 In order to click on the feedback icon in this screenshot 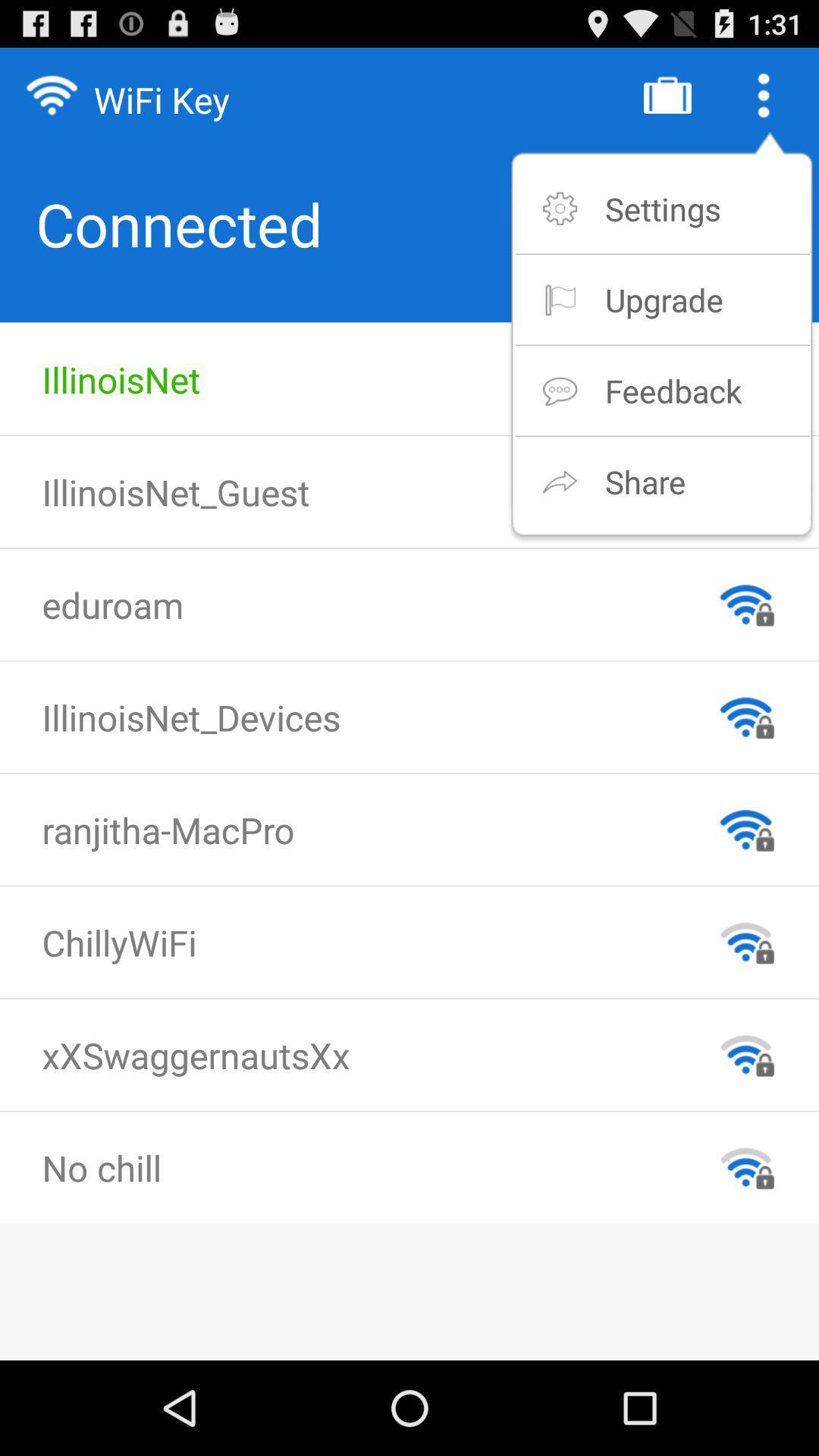, I will do `click(672, 391)`.